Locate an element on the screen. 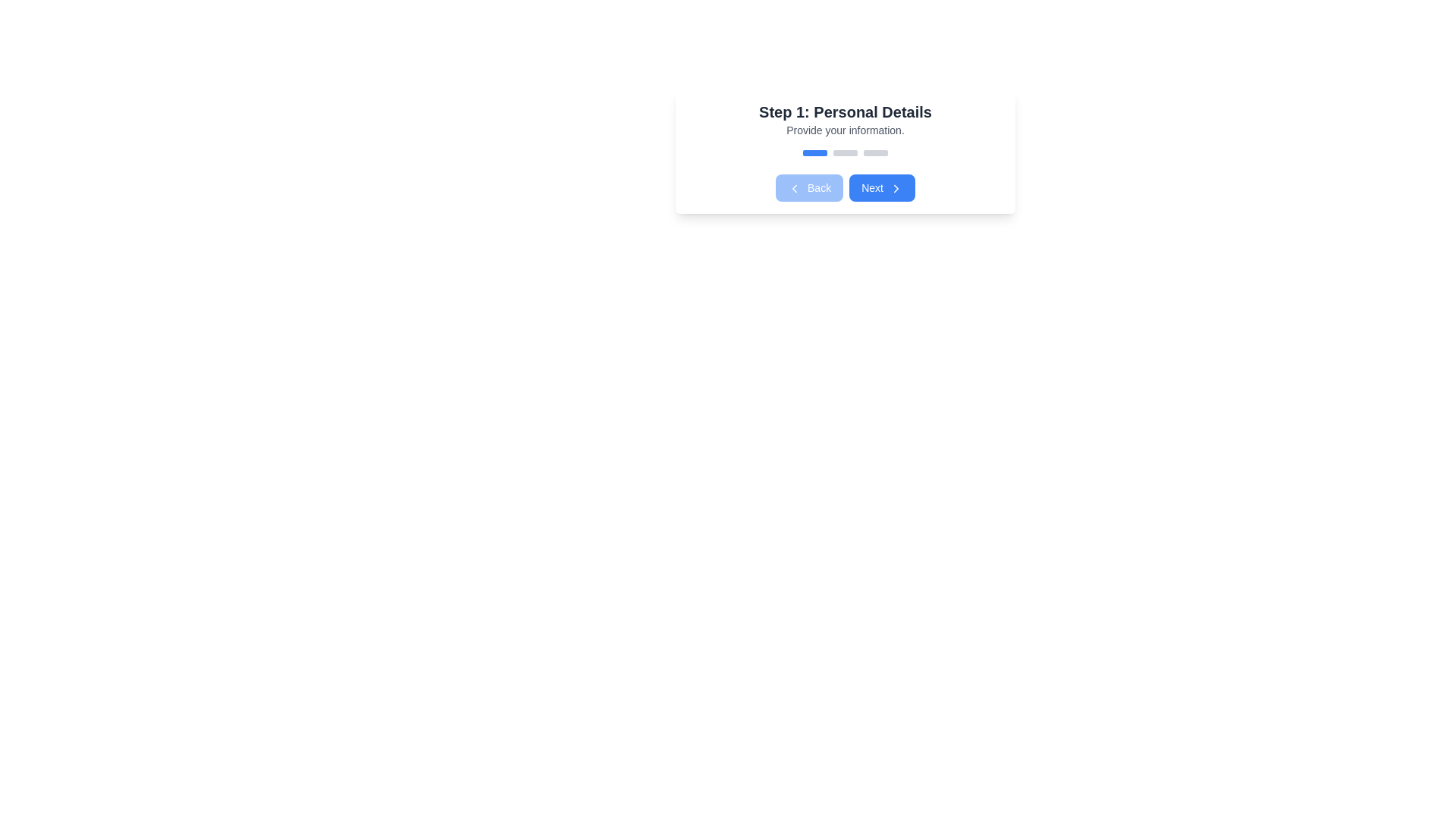 Image resolution: width=1456 pixels, height=819 pixels. the 'Next' button, which is a rectangular button with rounded corners and a blue background, containing the text 'Next' in white and an arrow icon, located to the right of the 'Back' button is located at coordinates (882, 187).